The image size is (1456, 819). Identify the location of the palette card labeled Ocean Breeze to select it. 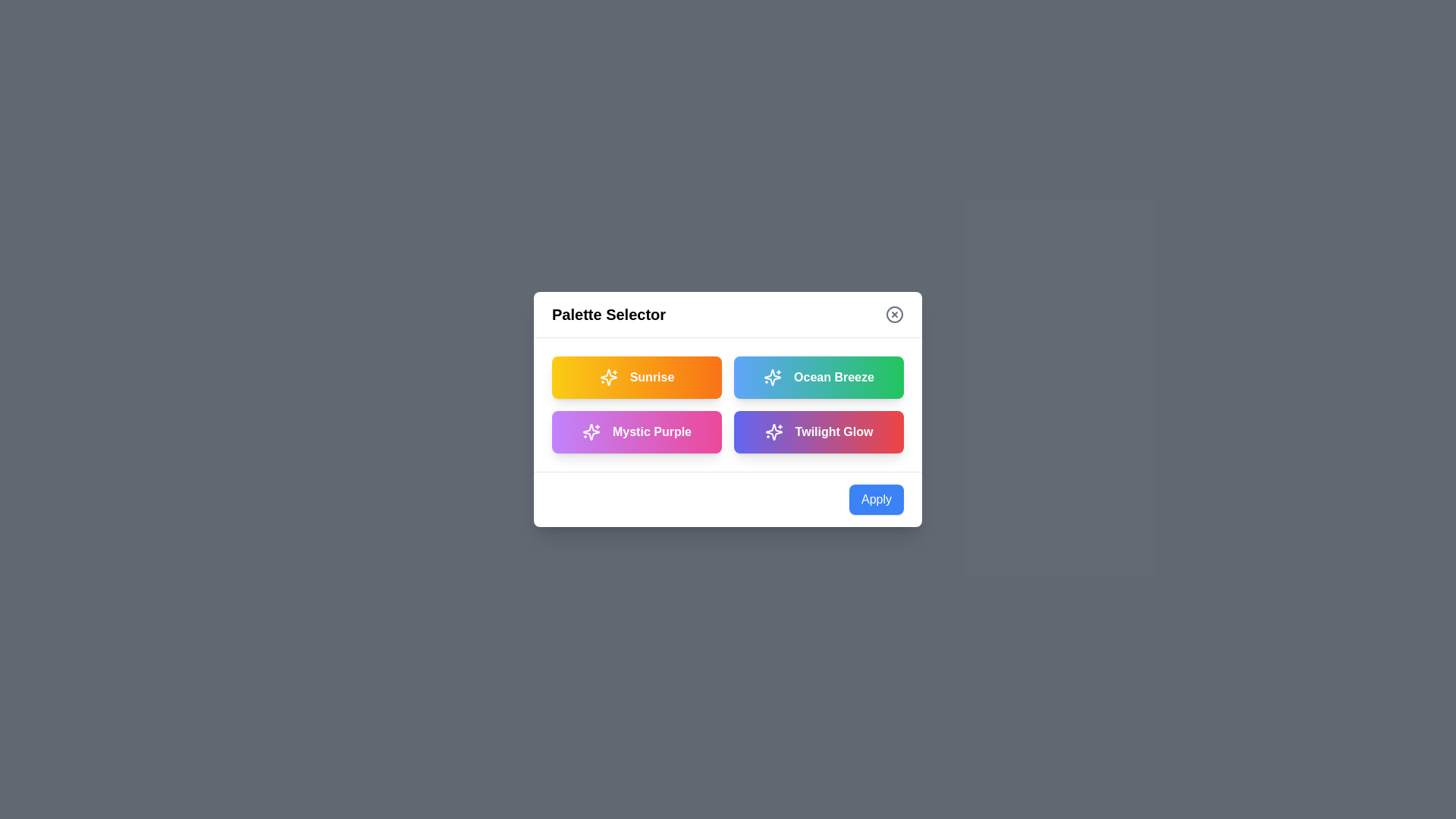
(818, 376).